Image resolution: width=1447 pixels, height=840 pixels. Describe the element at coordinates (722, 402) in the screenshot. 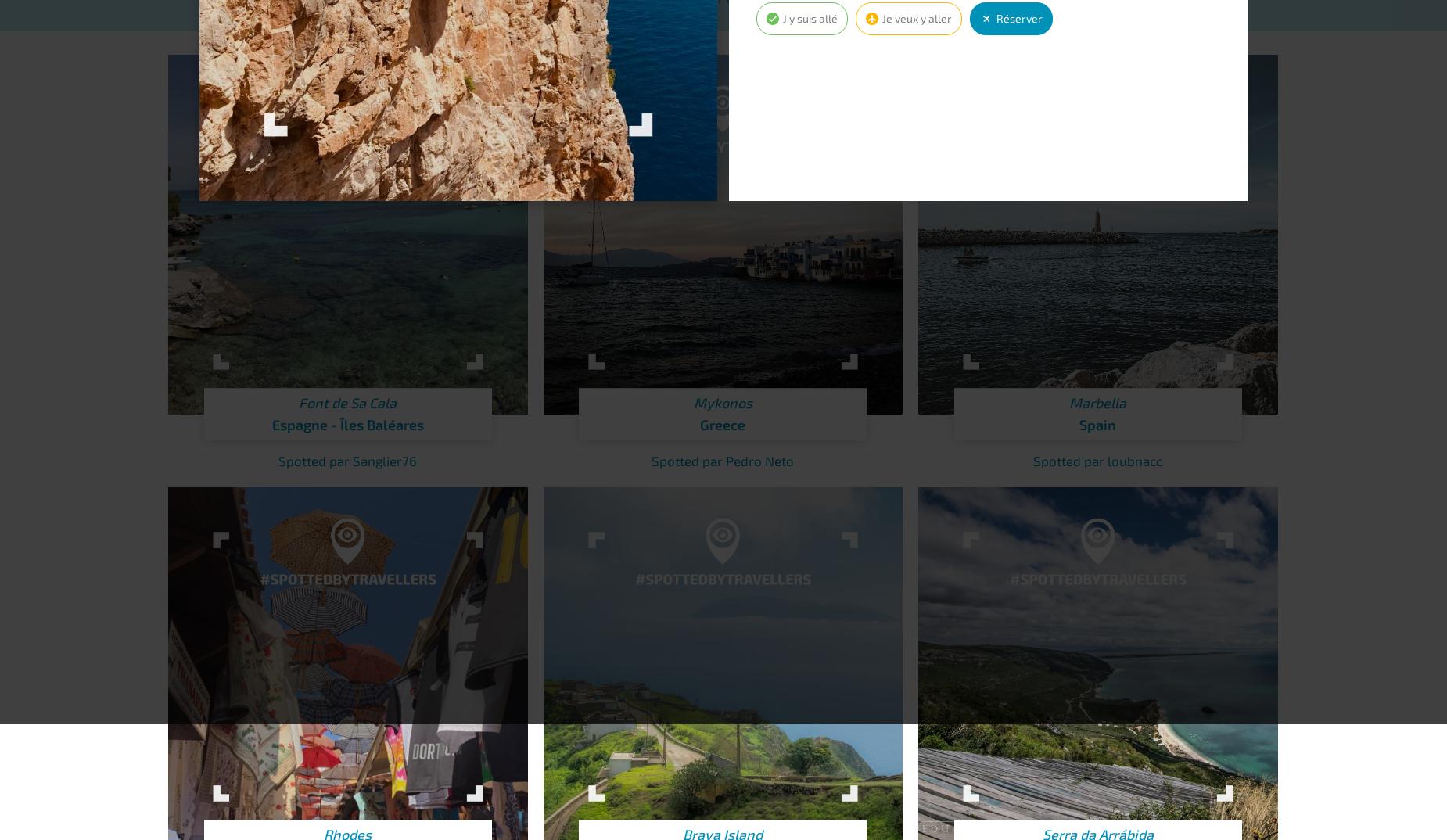

I see `'Mykonos'` at that location.